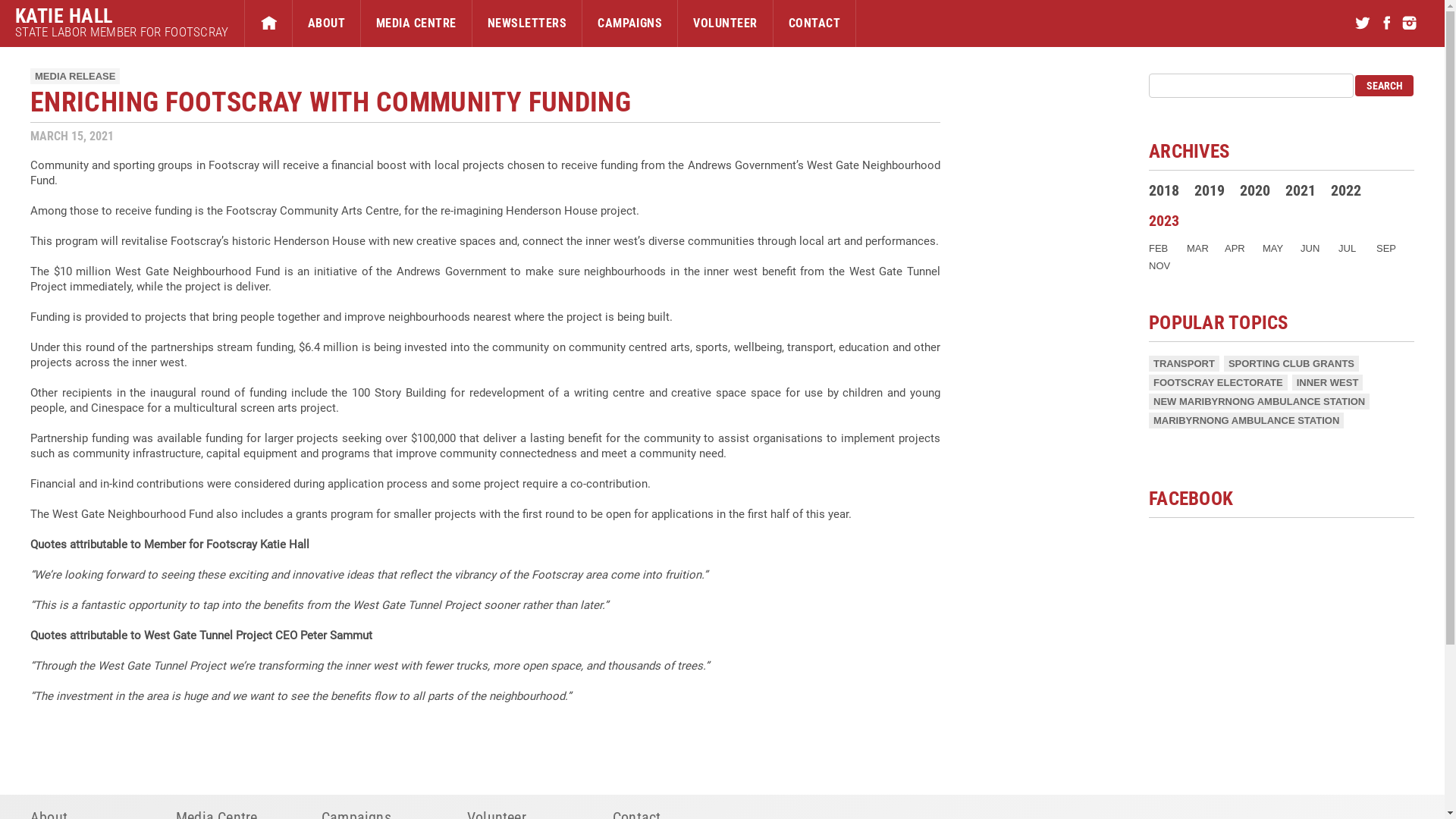 The image size is (1456, 819). What do you see at coordinates (122, 32) in the screenshot?
I see `'STATE LABOR MEMBER FOR FOOTSCRAY'` at bounding box center [122, 32].